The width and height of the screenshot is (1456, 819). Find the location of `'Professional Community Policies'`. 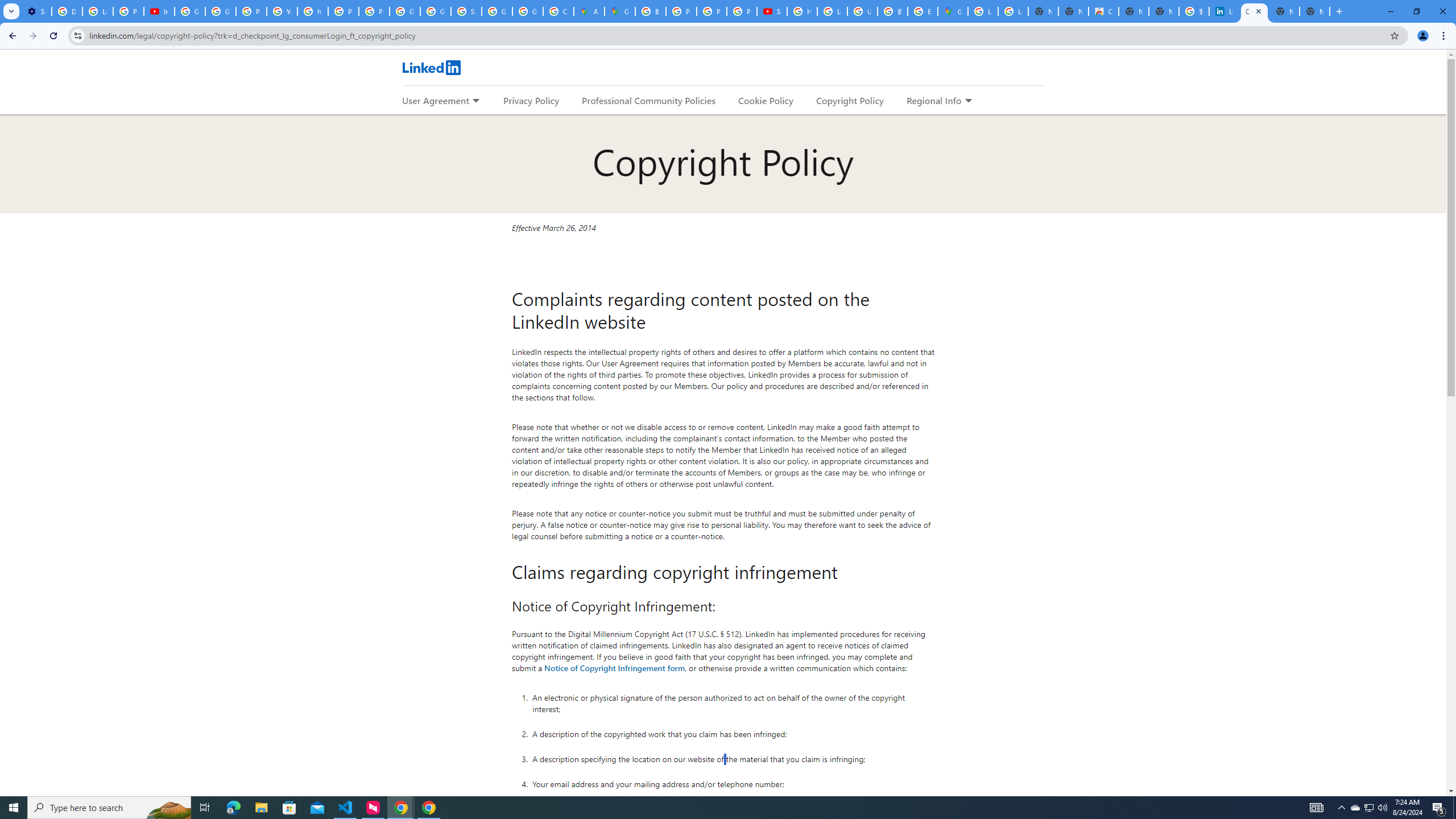

'Professional Community Policies' is located at coordinates (649, 100).